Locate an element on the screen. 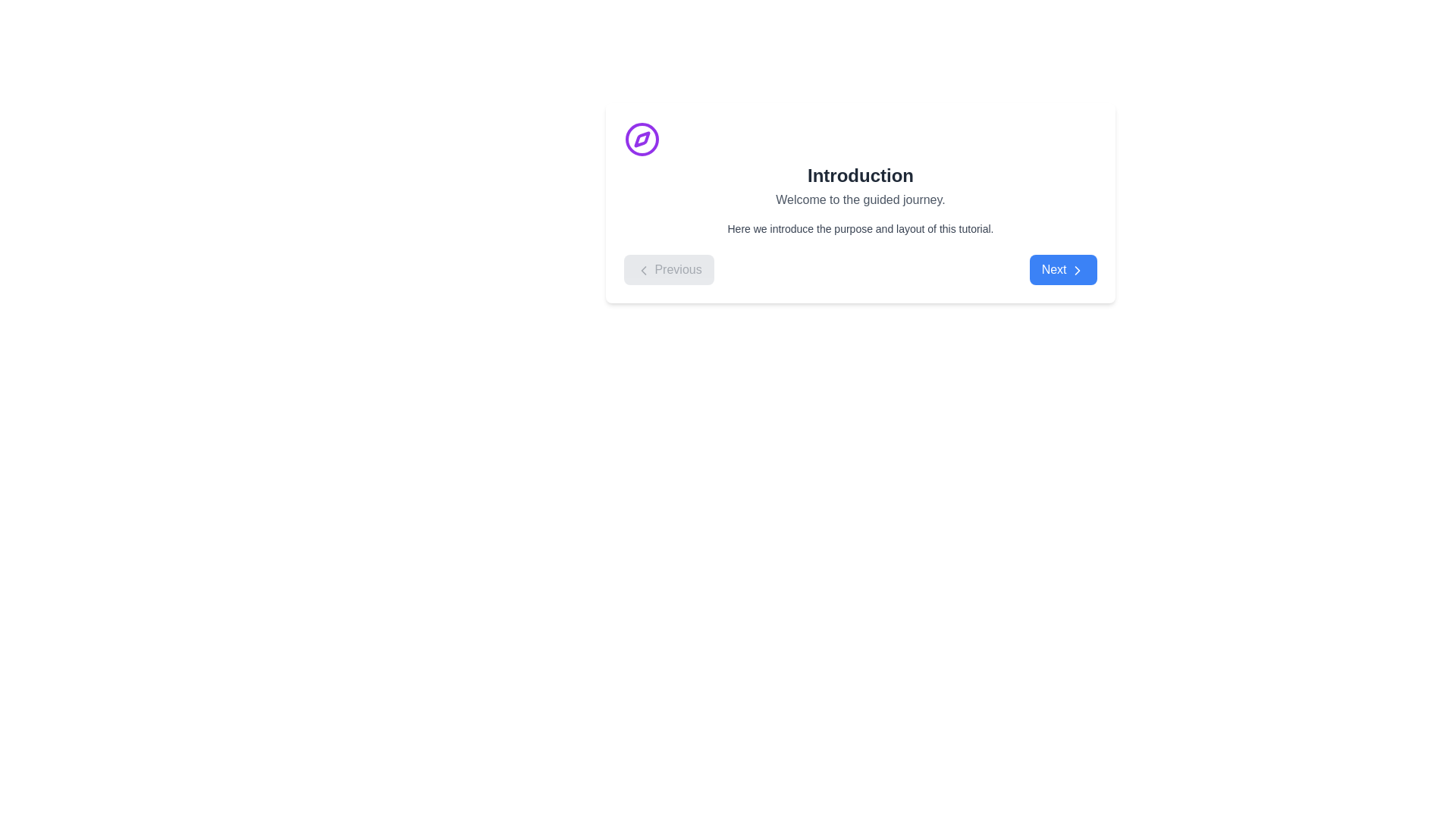  the text element that serves as a title or heading, located centrally above the sentence 'Welcome to the guided journey.' is located at coordinates (860, 174).